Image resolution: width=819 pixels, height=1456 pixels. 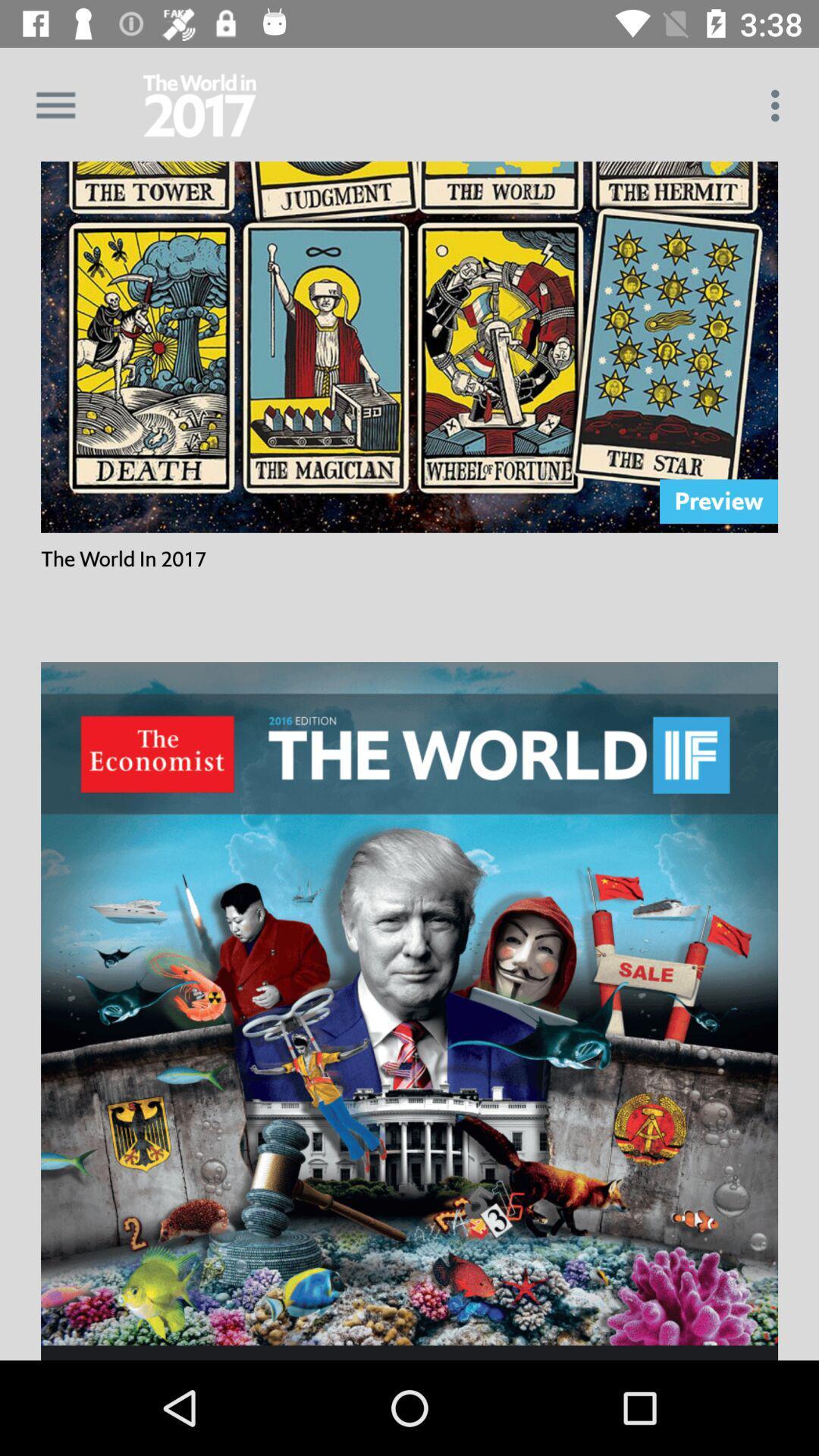 What do you see at coordinates (779, 105) in the screenshot?
I see `the item at the top right corner` at bounding box center [779, 105].